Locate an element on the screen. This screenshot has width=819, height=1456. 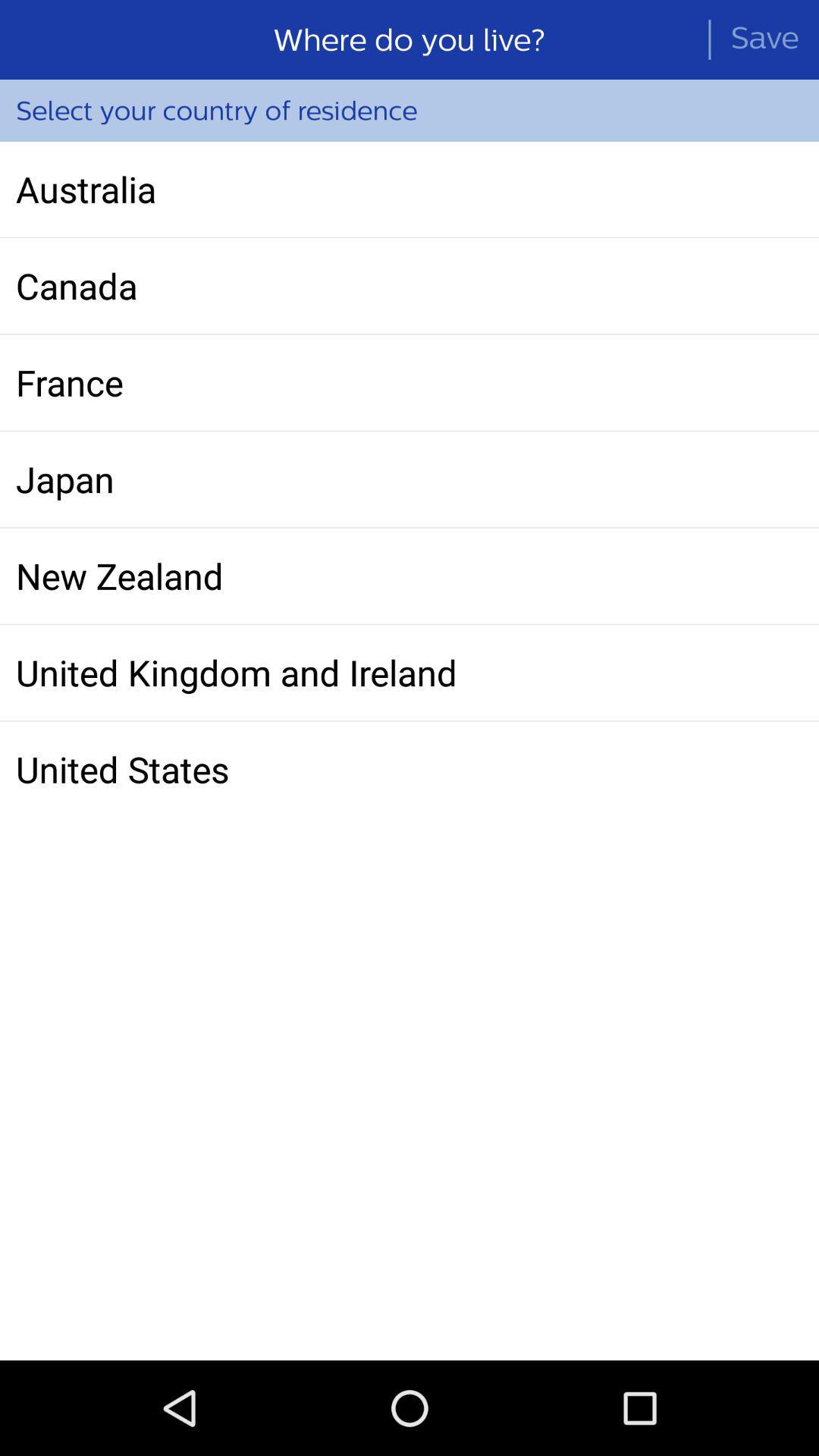
australia is located at coordinates (409, 188).